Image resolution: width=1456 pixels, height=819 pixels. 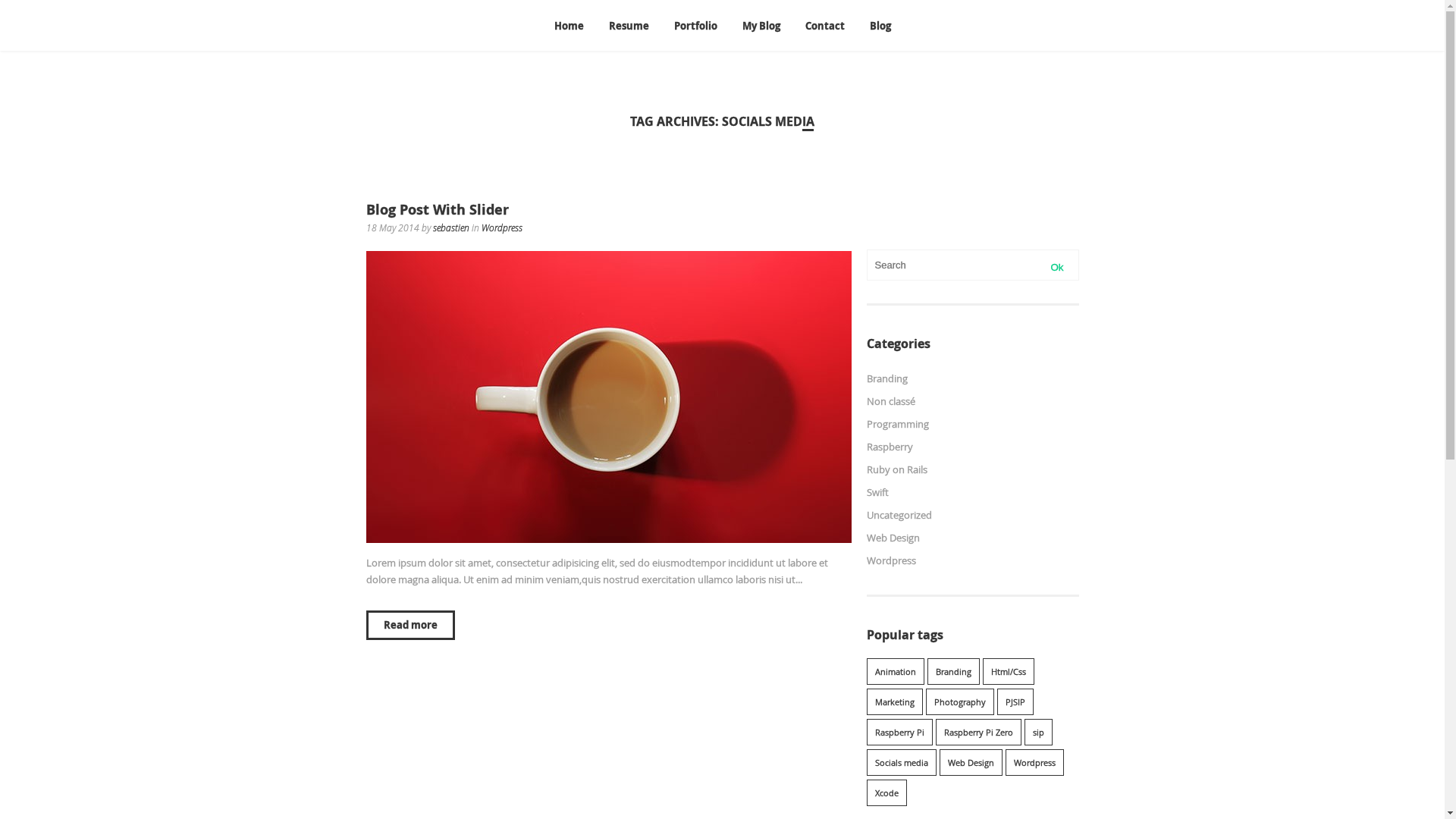 What do you see at coordinates (978, 731) in the screenshot?
I see `'Raspberry Pi Zero'` at bounding box center [978, 731].